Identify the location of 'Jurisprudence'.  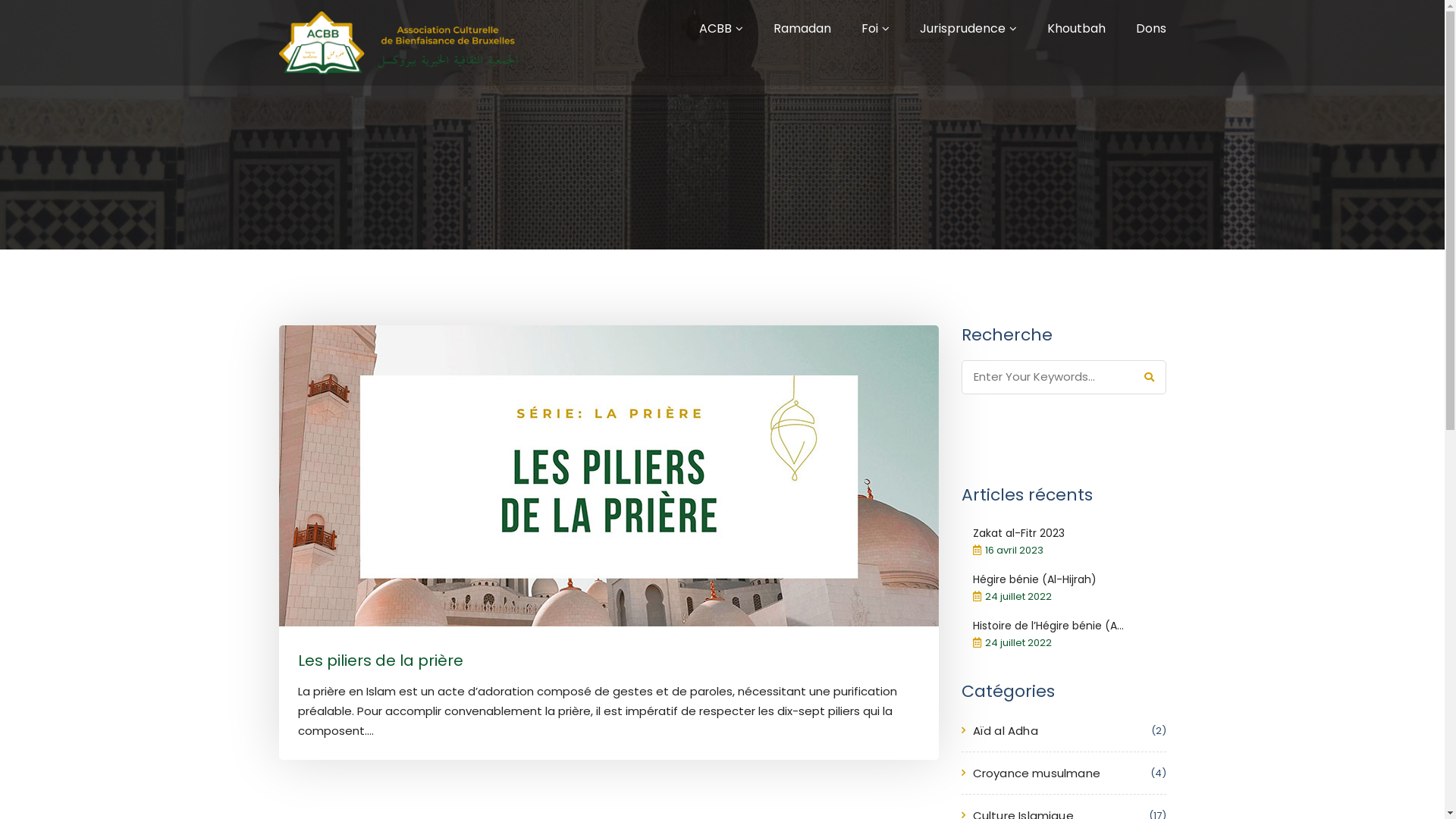
(918, 28).